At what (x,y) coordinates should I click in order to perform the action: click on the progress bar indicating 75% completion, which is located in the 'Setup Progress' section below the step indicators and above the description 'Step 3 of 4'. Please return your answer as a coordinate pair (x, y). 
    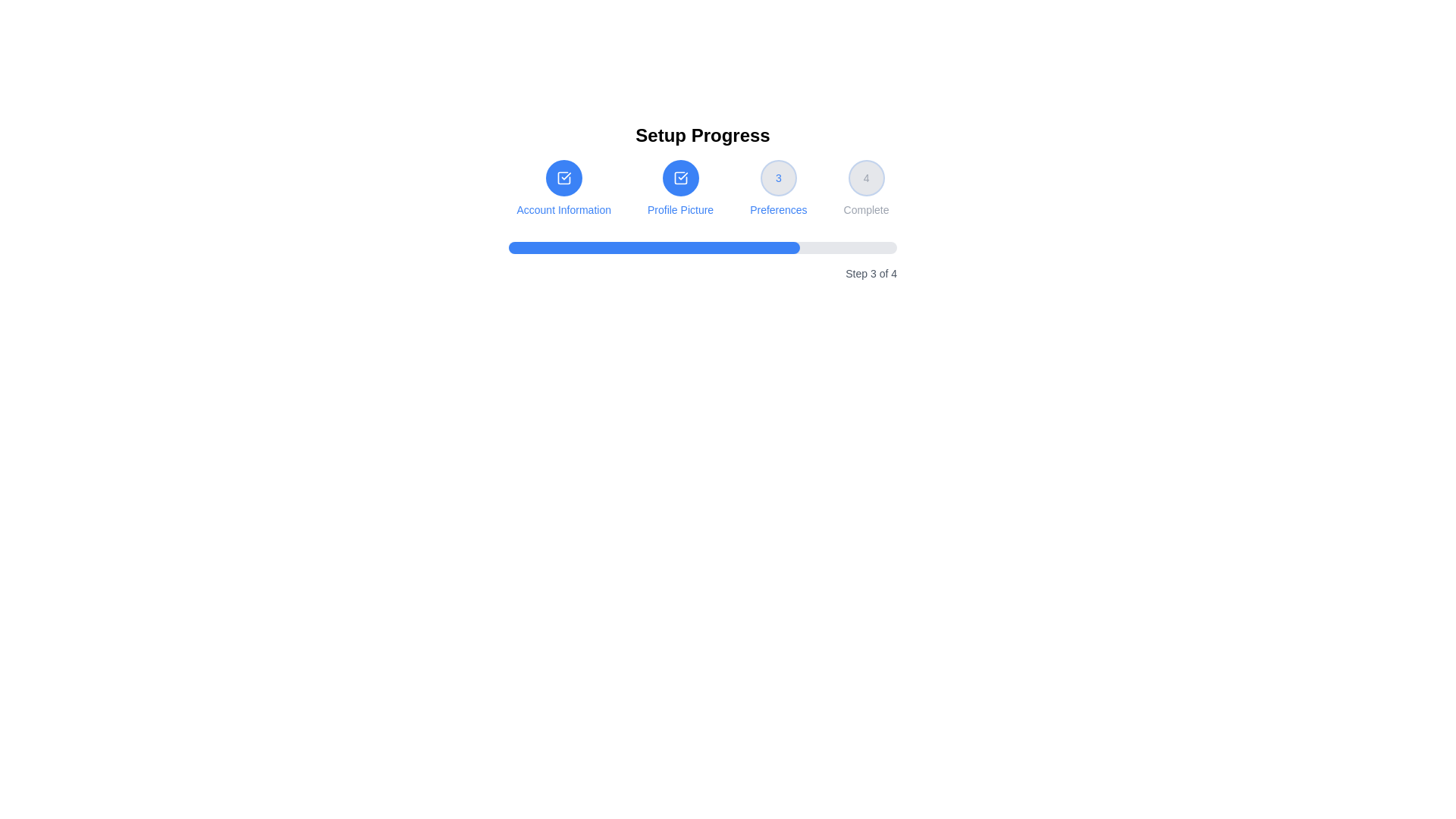
    Looking at the image, I should click on (701, 260).